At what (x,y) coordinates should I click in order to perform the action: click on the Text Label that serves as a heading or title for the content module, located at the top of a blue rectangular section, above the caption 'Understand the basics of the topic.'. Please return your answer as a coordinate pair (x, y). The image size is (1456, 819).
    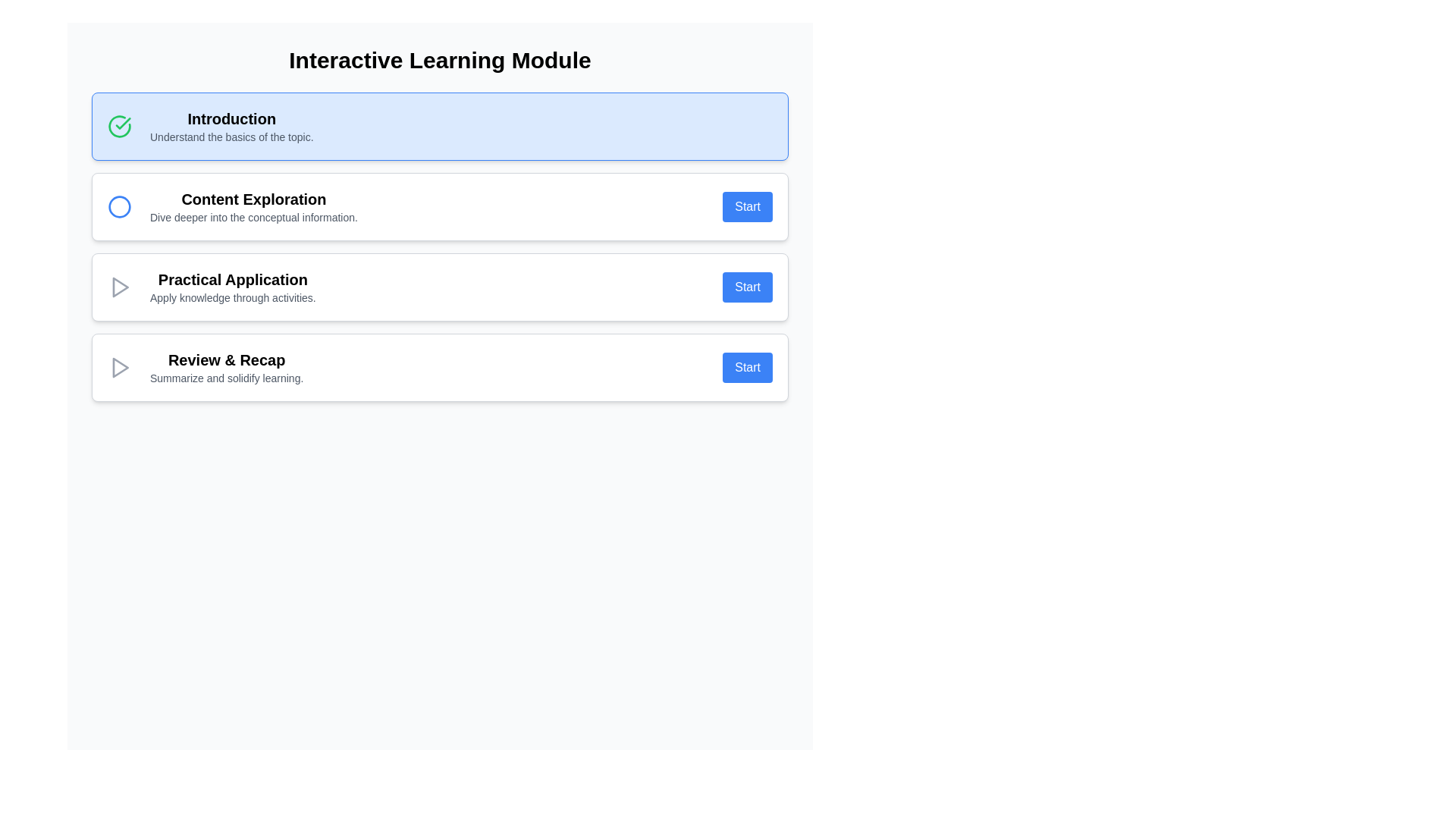
    Looking at the image, I should click on (231, 118).